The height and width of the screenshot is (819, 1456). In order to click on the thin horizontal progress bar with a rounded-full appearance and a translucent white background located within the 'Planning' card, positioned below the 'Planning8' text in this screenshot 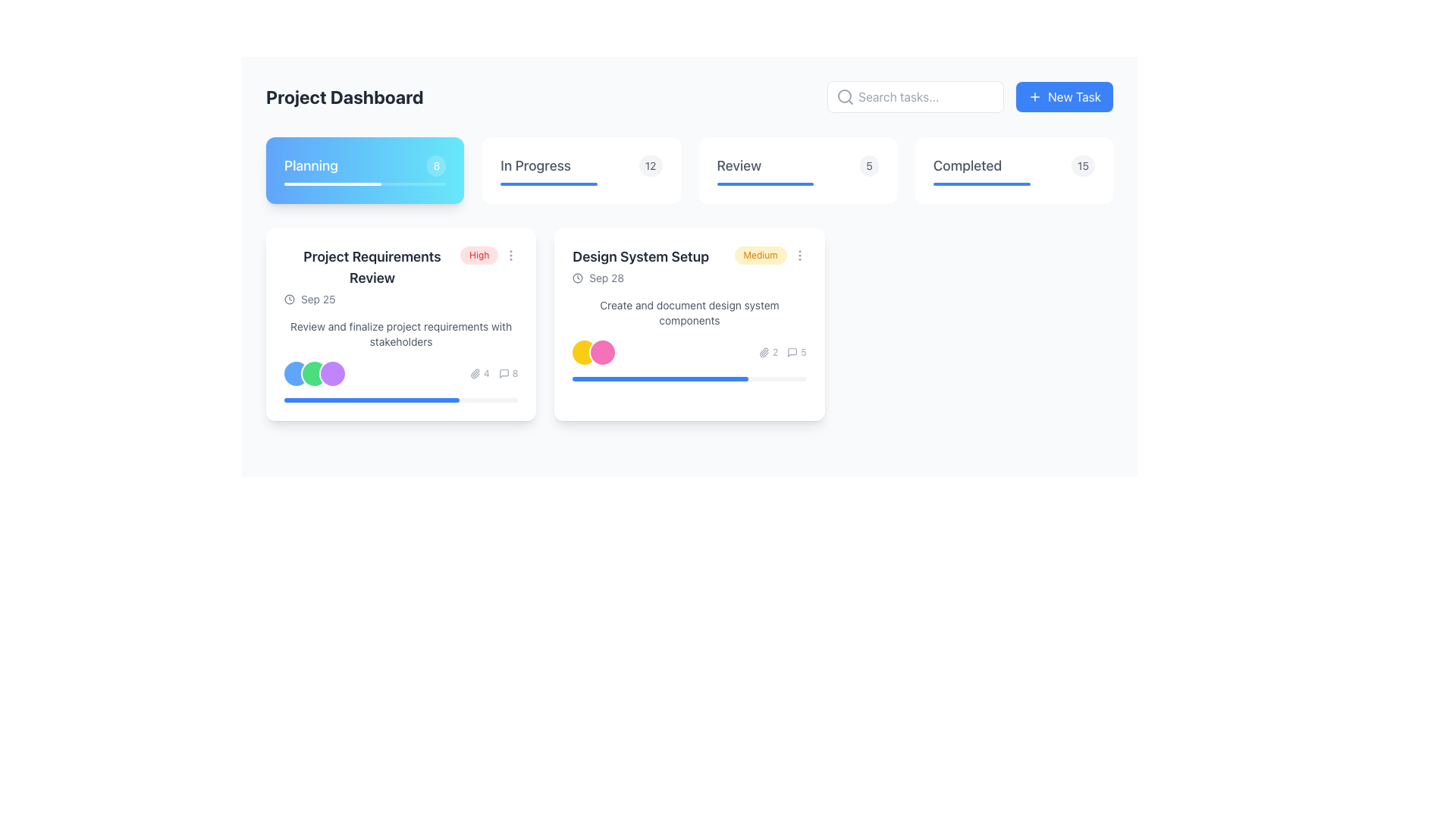, I will do `click(365, 184)`.